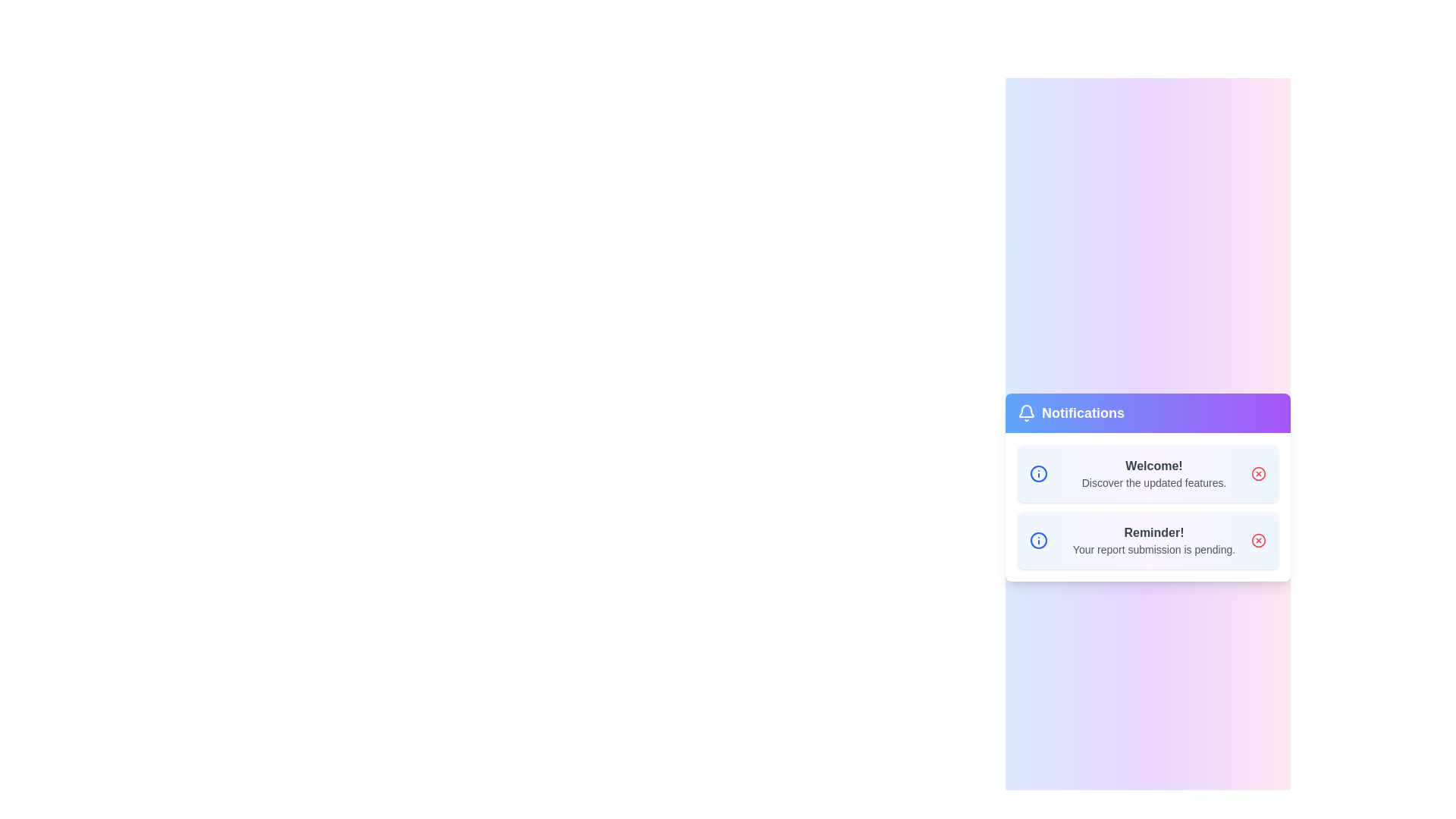  Describe the element at coordinates (1147, 472) in the screenshot. I see `the title of the first notification entry located directly below the 'Notifications' header` at that location.